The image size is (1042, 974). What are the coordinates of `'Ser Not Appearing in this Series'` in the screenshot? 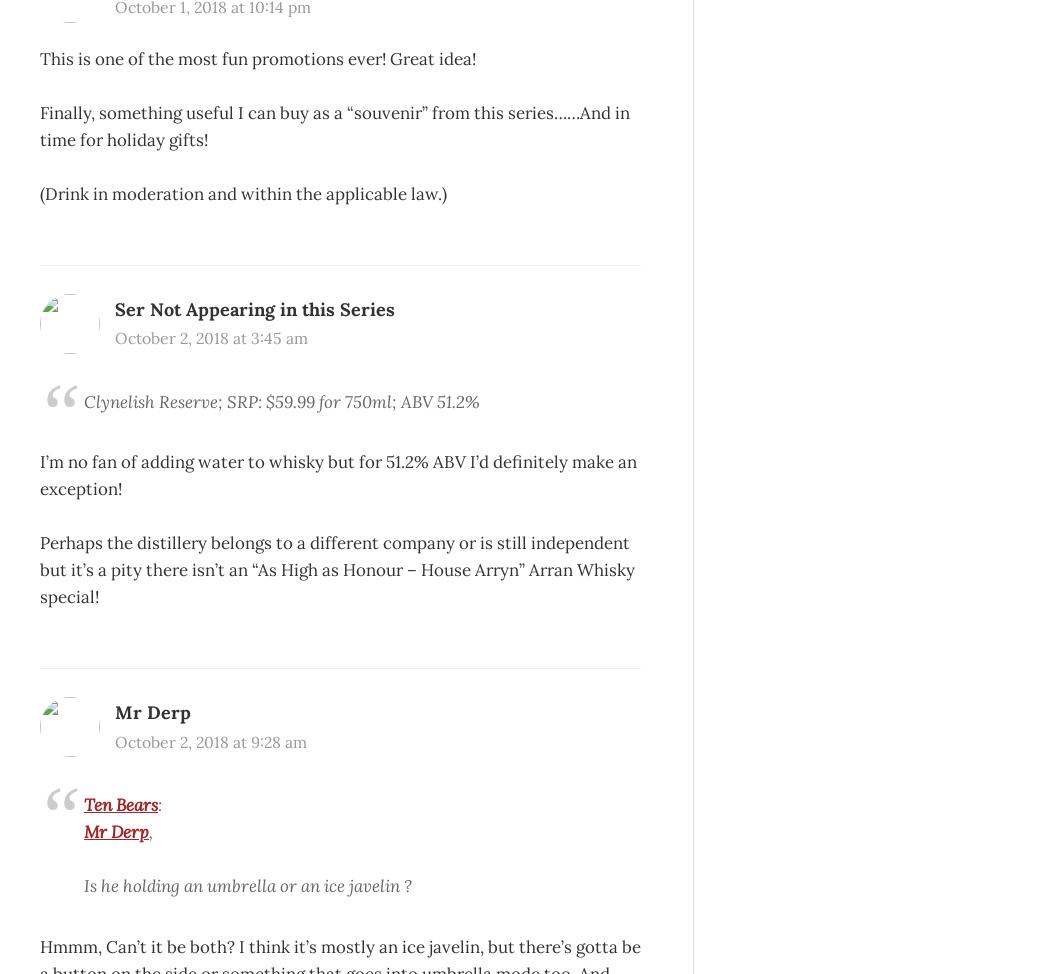 It's located at (115, 307).